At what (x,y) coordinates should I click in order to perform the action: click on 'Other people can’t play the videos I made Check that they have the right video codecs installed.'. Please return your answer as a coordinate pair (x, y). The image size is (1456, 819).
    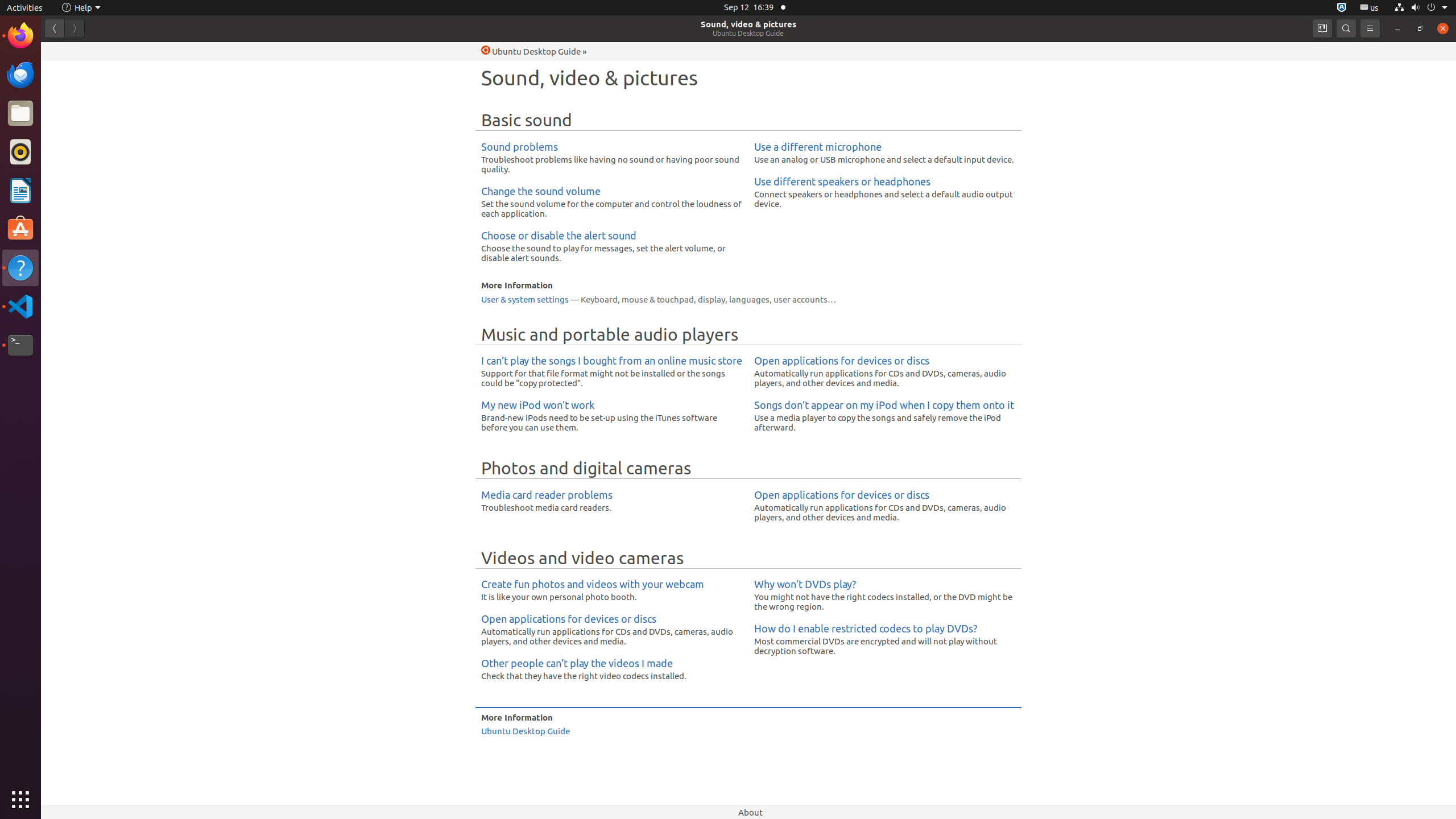
    Looking at the image, I should click on (611, 669).